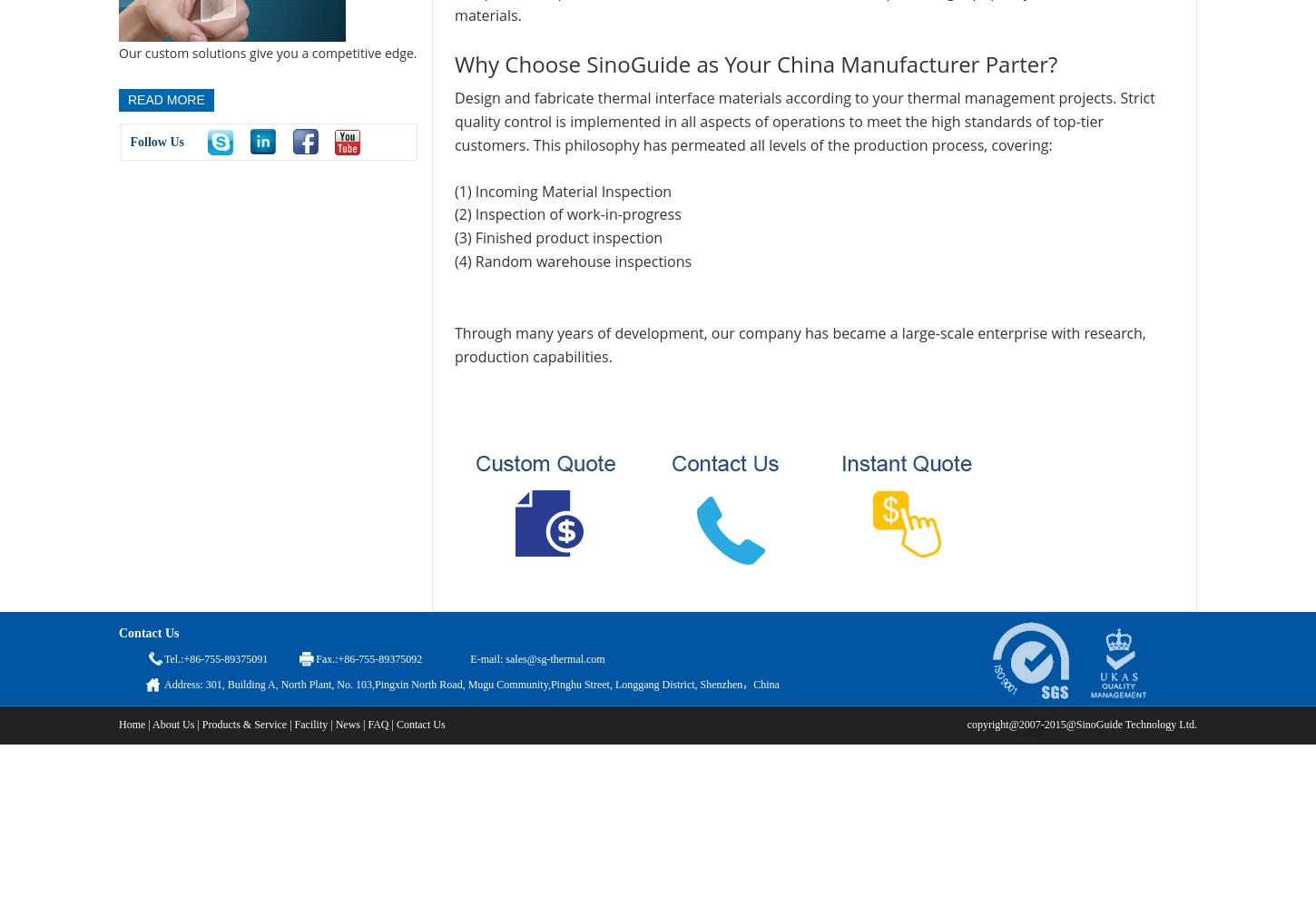  Describe the element at coordinates (172, 725) in the screenshot. I see `'About Us'` at that location.